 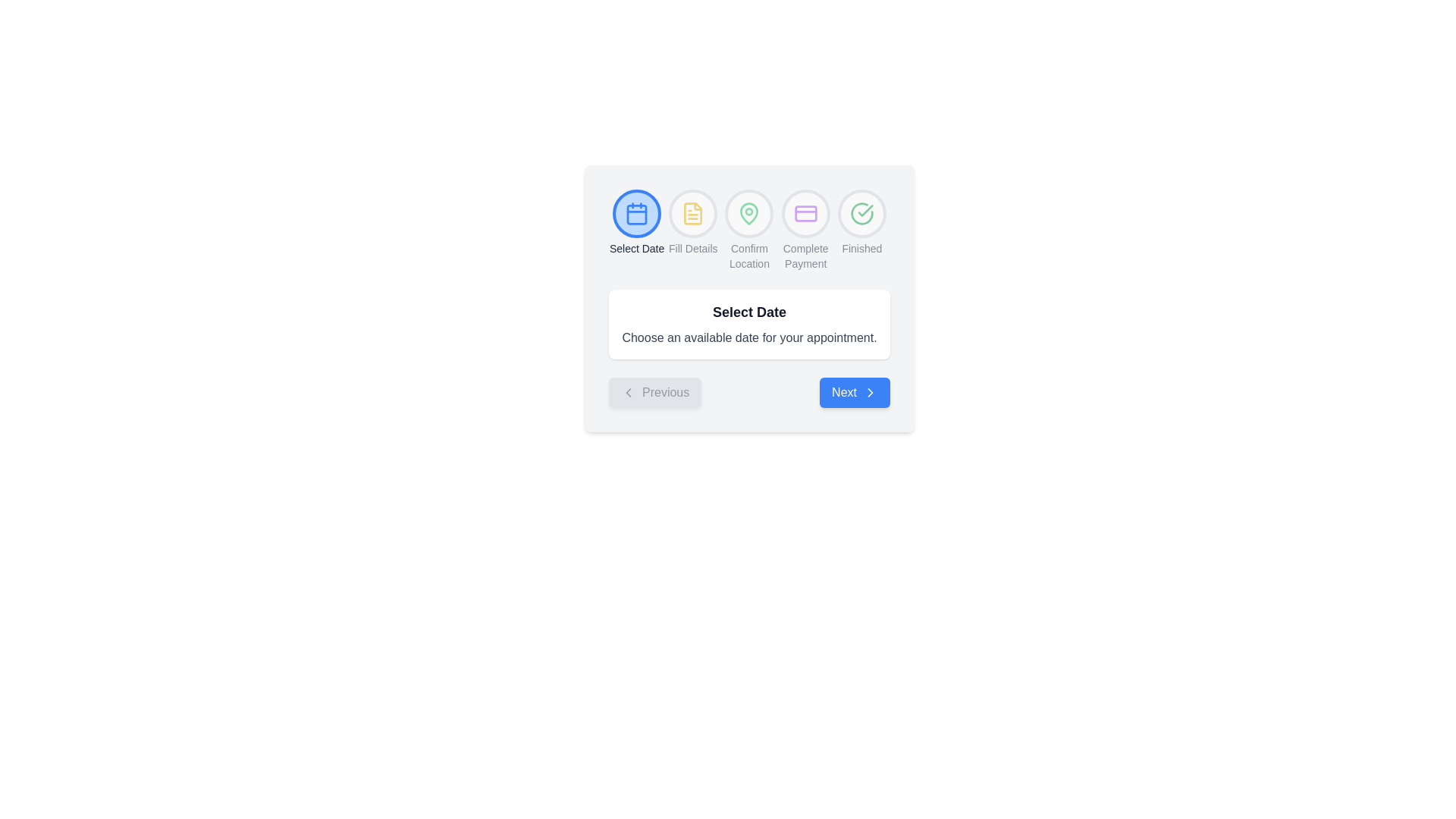 I want to click on the 'Complete Payment' text label, which is the last text in a horizontal list of navigation steps, positioned below the payment icon, so click(x=805, y=256).